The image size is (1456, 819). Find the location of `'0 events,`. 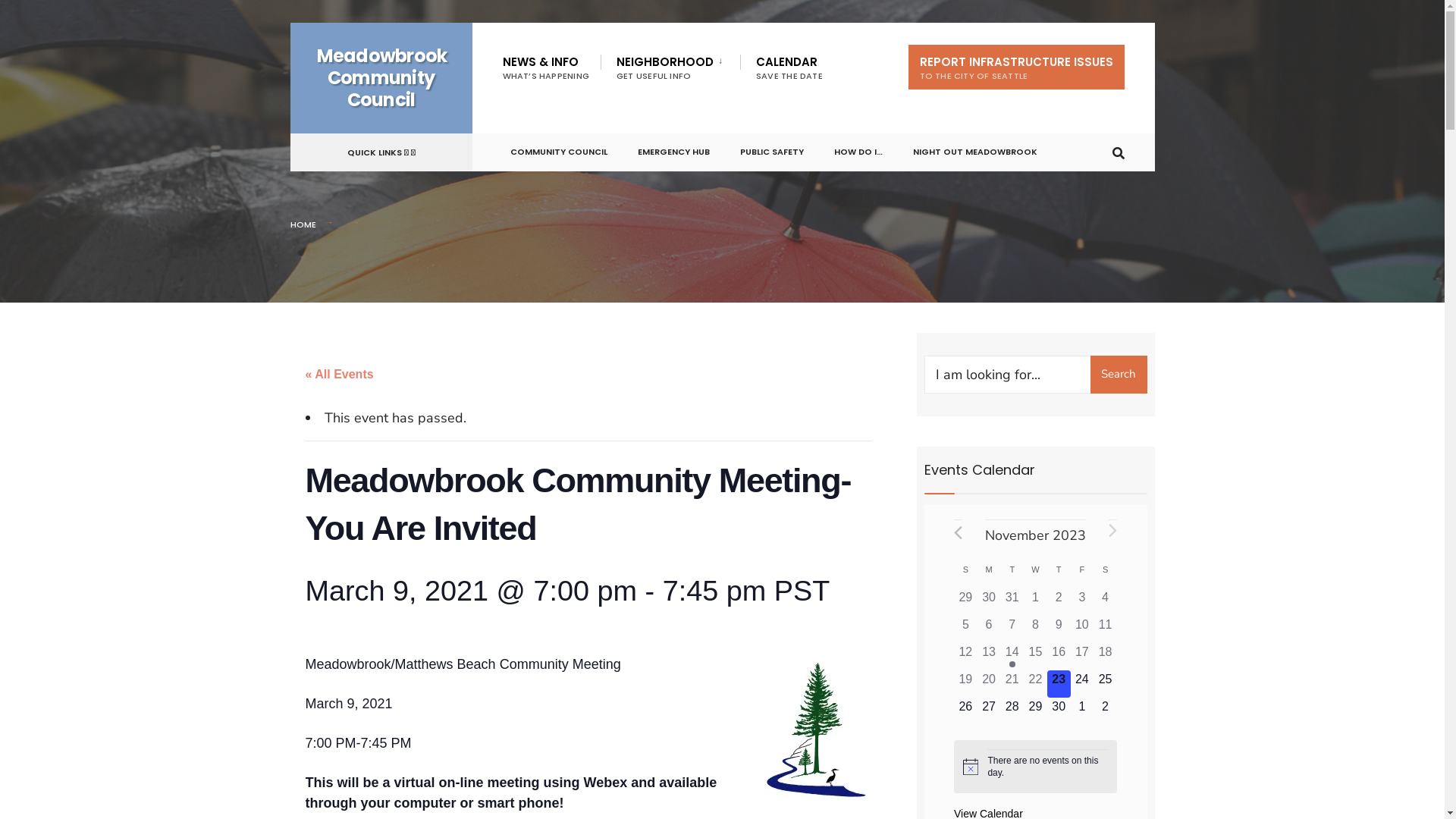

'0 events, is located at coordinates (1012, 629).